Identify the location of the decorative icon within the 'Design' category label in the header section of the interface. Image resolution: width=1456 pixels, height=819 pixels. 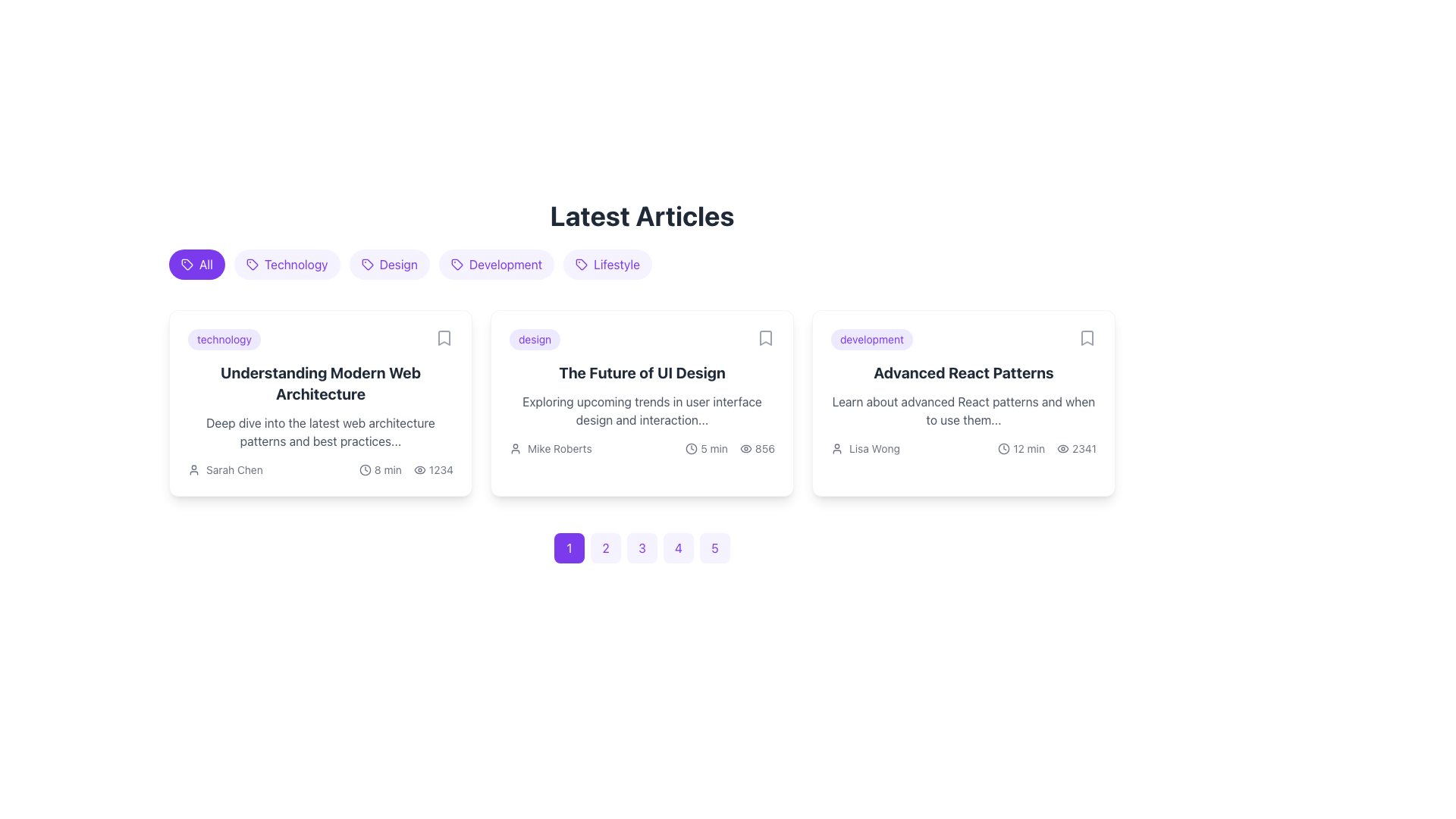
(367, 263).